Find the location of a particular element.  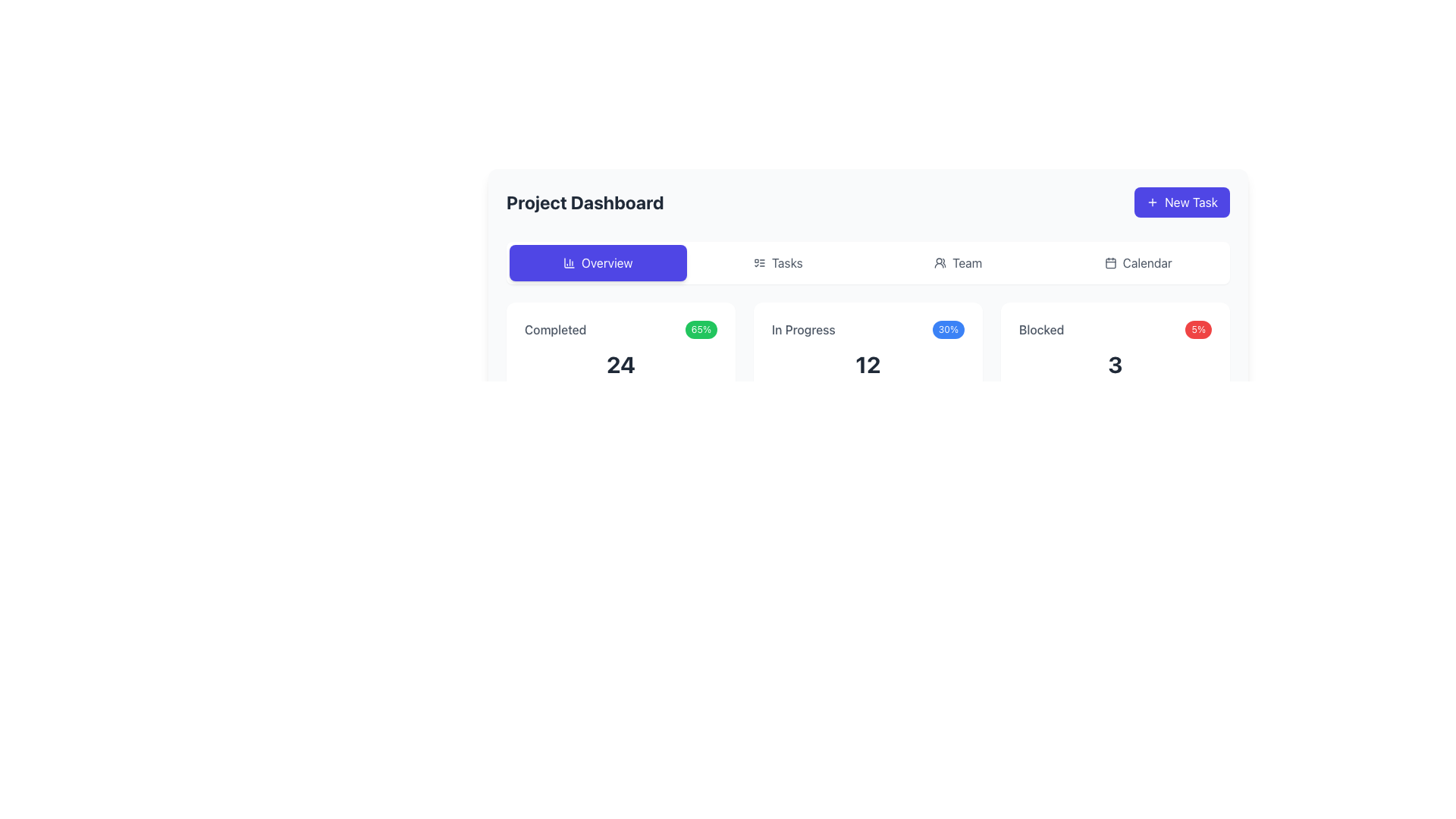

the small, square icon resembling a plus sign located within the 'New Task' button, to the left of the text label is located at coordinates (1153, 201).